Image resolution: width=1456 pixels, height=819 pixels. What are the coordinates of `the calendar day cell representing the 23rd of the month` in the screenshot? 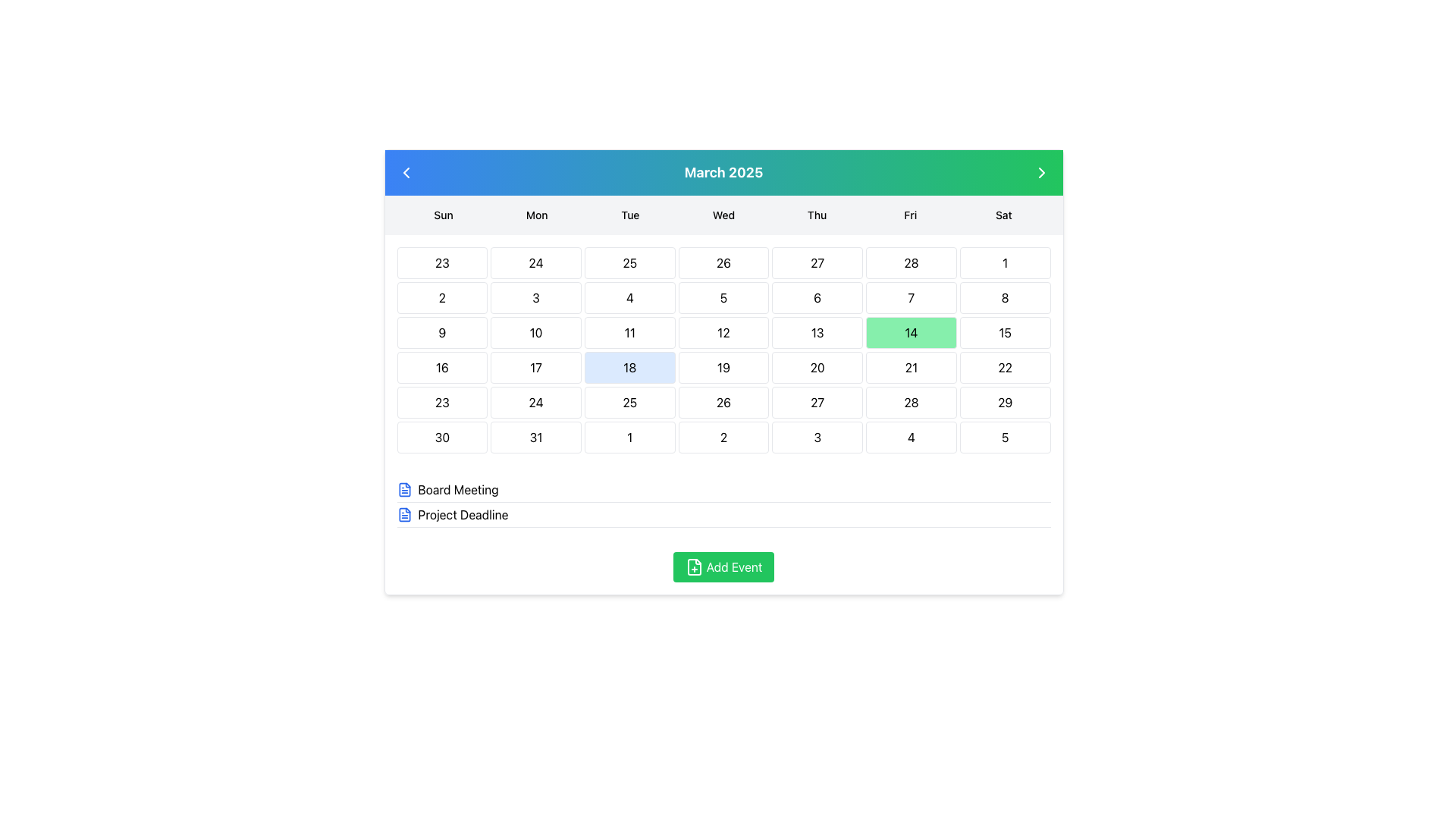 It's located at (441, 402).